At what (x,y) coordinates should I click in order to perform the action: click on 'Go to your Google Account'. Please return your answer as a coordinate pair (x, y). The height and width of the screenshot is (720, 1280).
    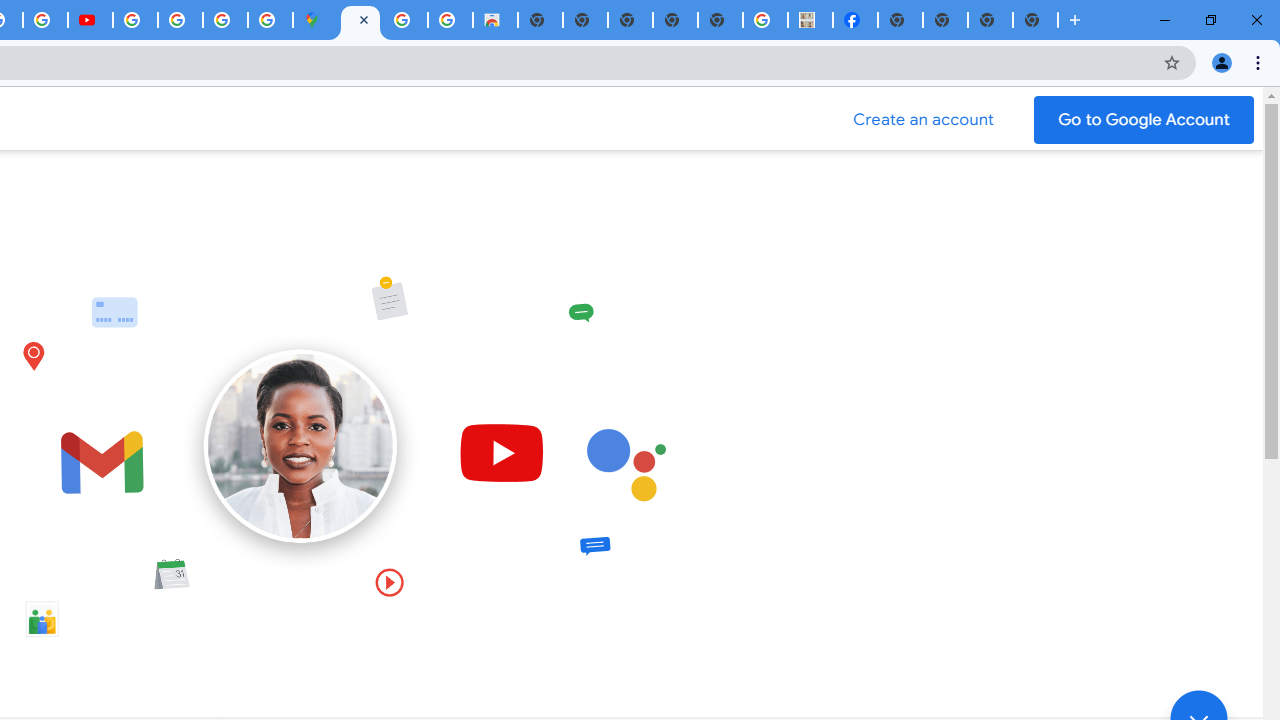
    Looking at the image, I should click on (1144, 119).